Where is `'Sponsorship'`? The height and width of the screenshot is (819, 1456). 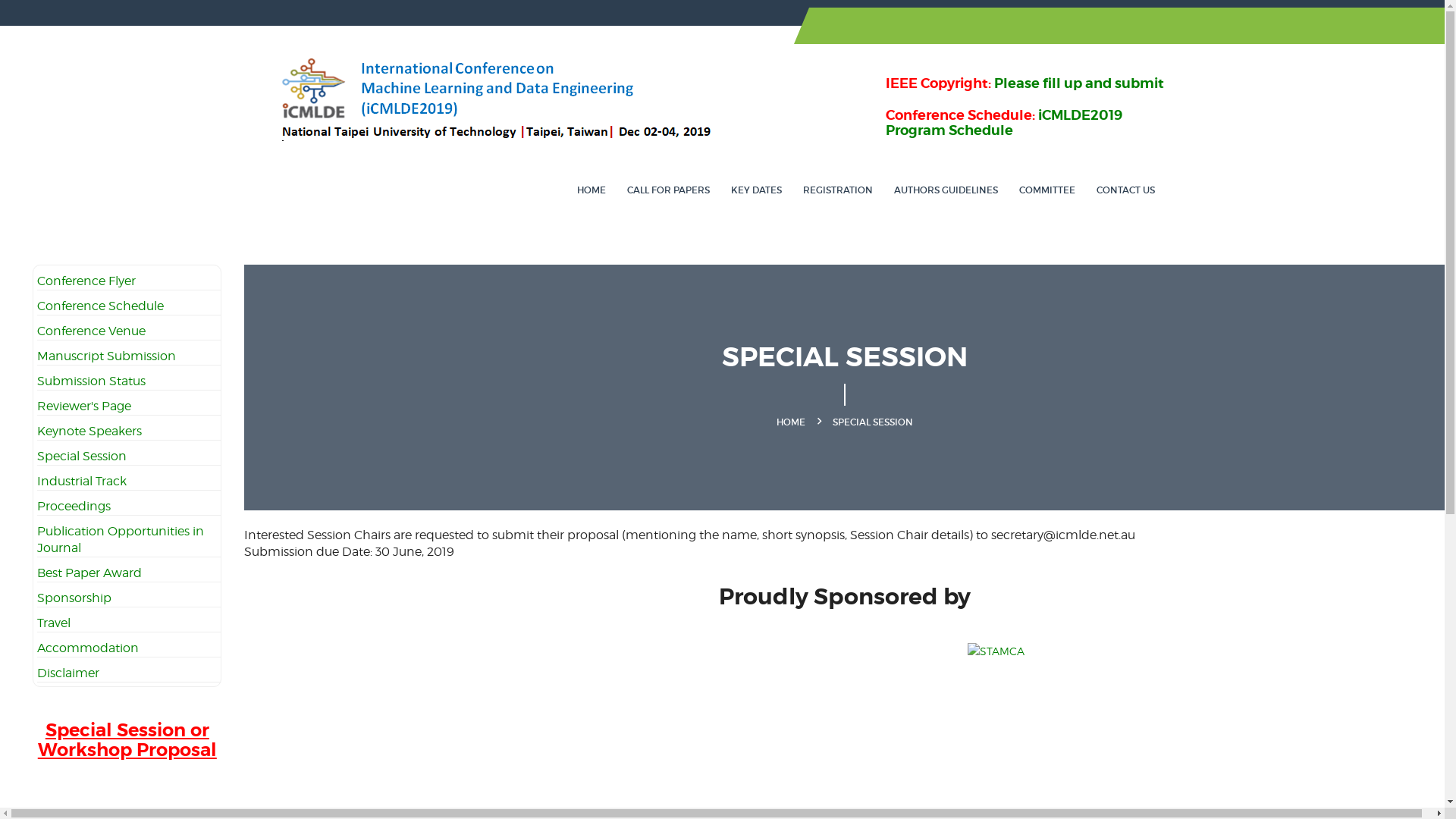
'Sponsorship' is located at coordinates (73, 597).